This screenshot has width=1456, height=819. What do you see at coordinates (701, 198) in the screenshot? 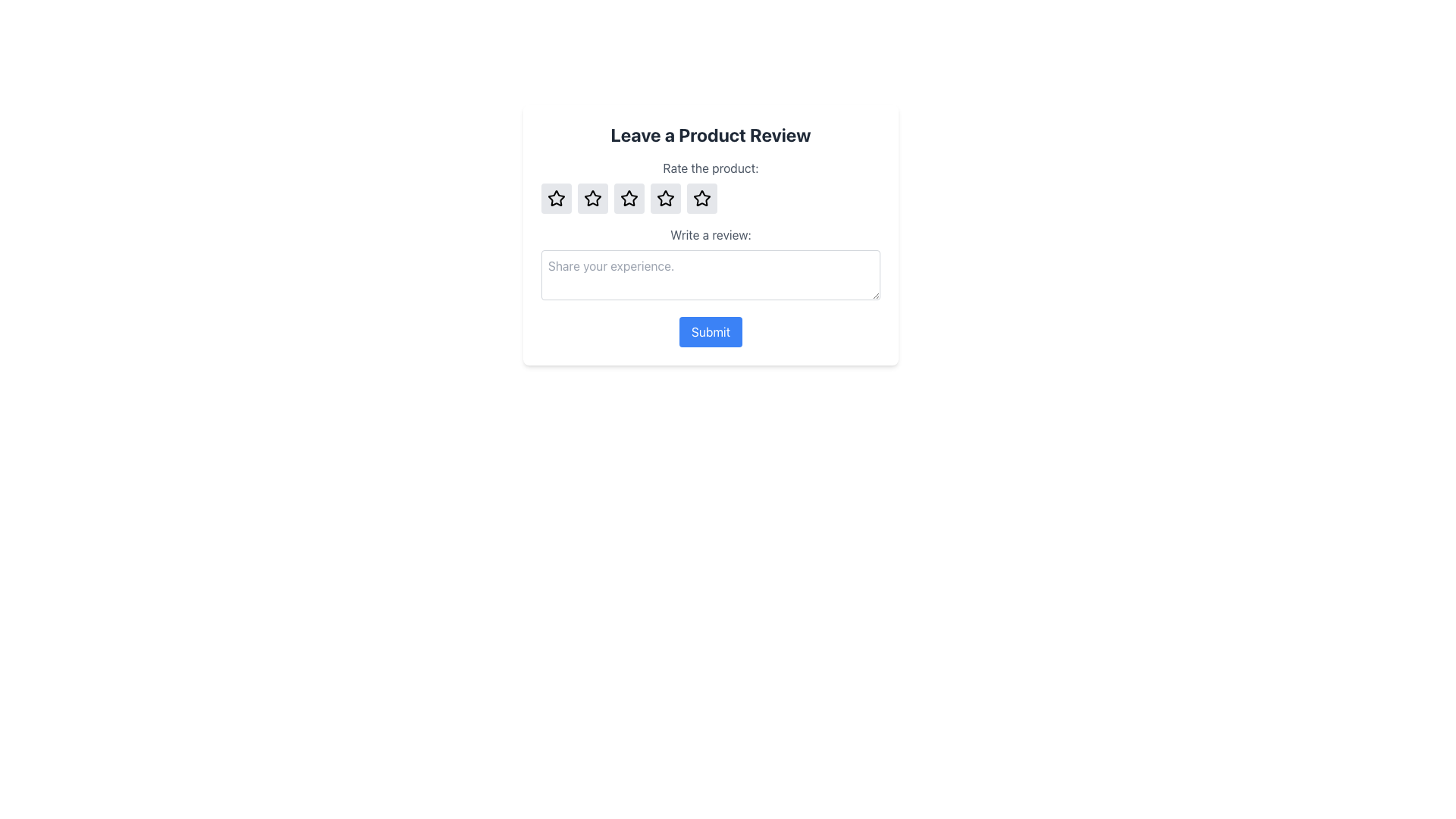
I see `the fourth star icon in the rating system, which is styled with a slight gray color and represents an unselected state, located beneath the 'Rate the product' text in the 'Leave a Product Review' section` at bounding box center [701, 198].